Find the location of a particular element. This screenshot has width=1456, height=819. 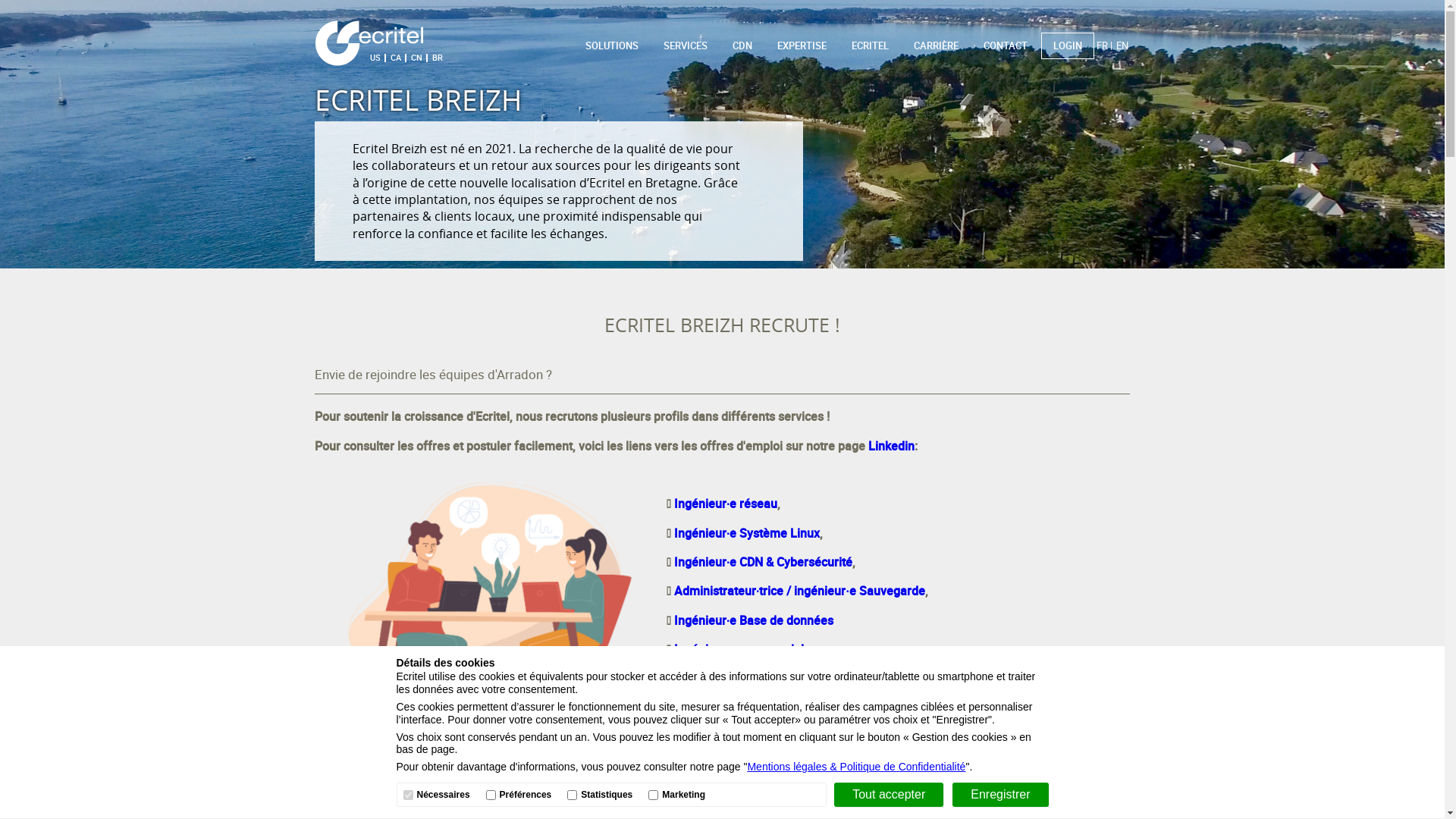

'CONTACT' is located at coordinates (1005, 45).